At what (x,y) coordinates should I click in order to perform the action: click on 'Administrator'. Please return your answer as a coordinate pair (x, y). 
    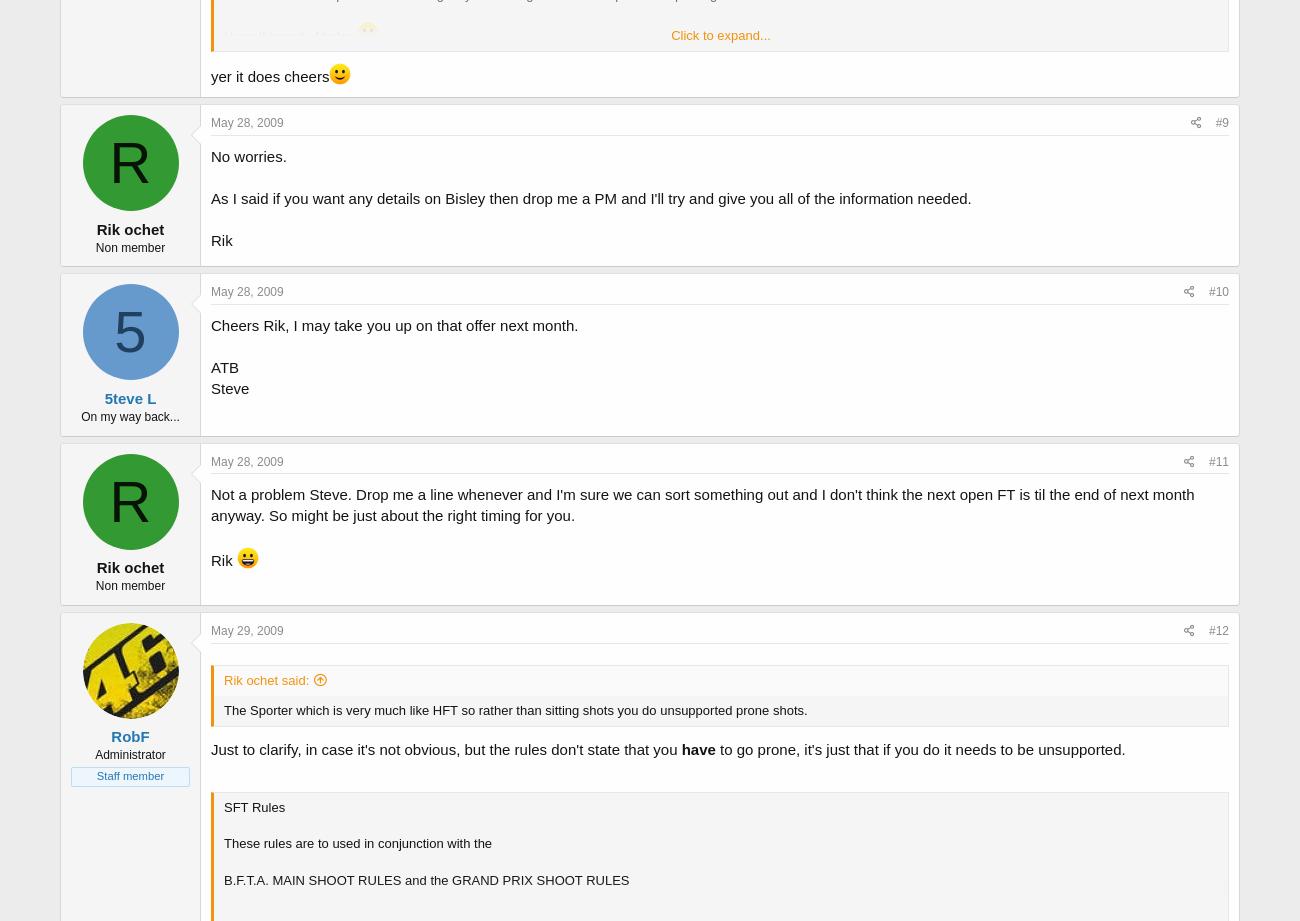
    Looking at the image, I should click on (129, 755).